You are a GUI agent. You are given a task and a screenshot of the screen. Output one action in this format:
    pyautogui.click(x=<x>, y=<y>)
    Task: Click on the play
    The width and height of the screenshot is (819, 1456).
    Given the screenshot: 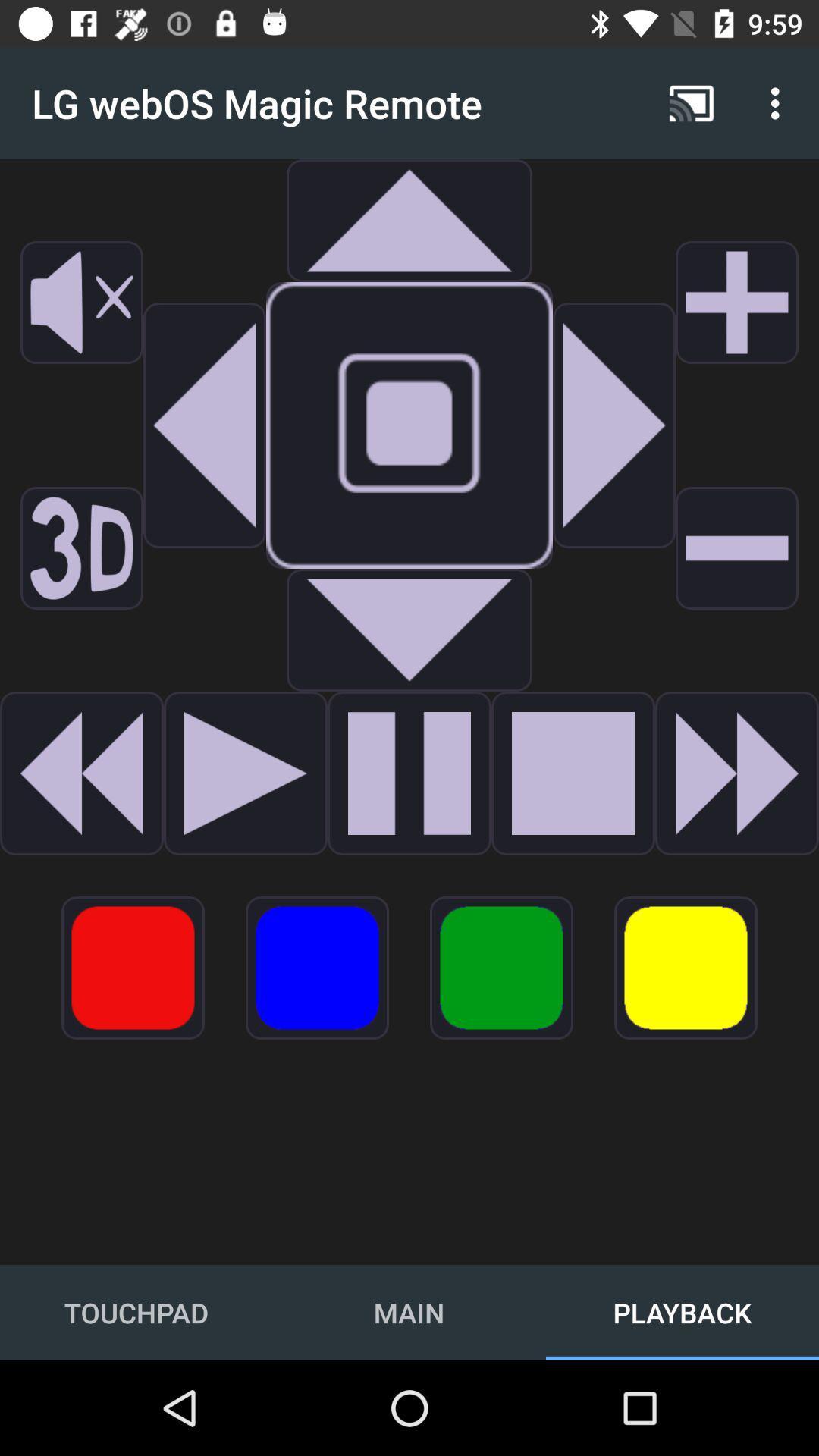 What is the action you would take?
    pyautogui.click(x=573, y=773)
    